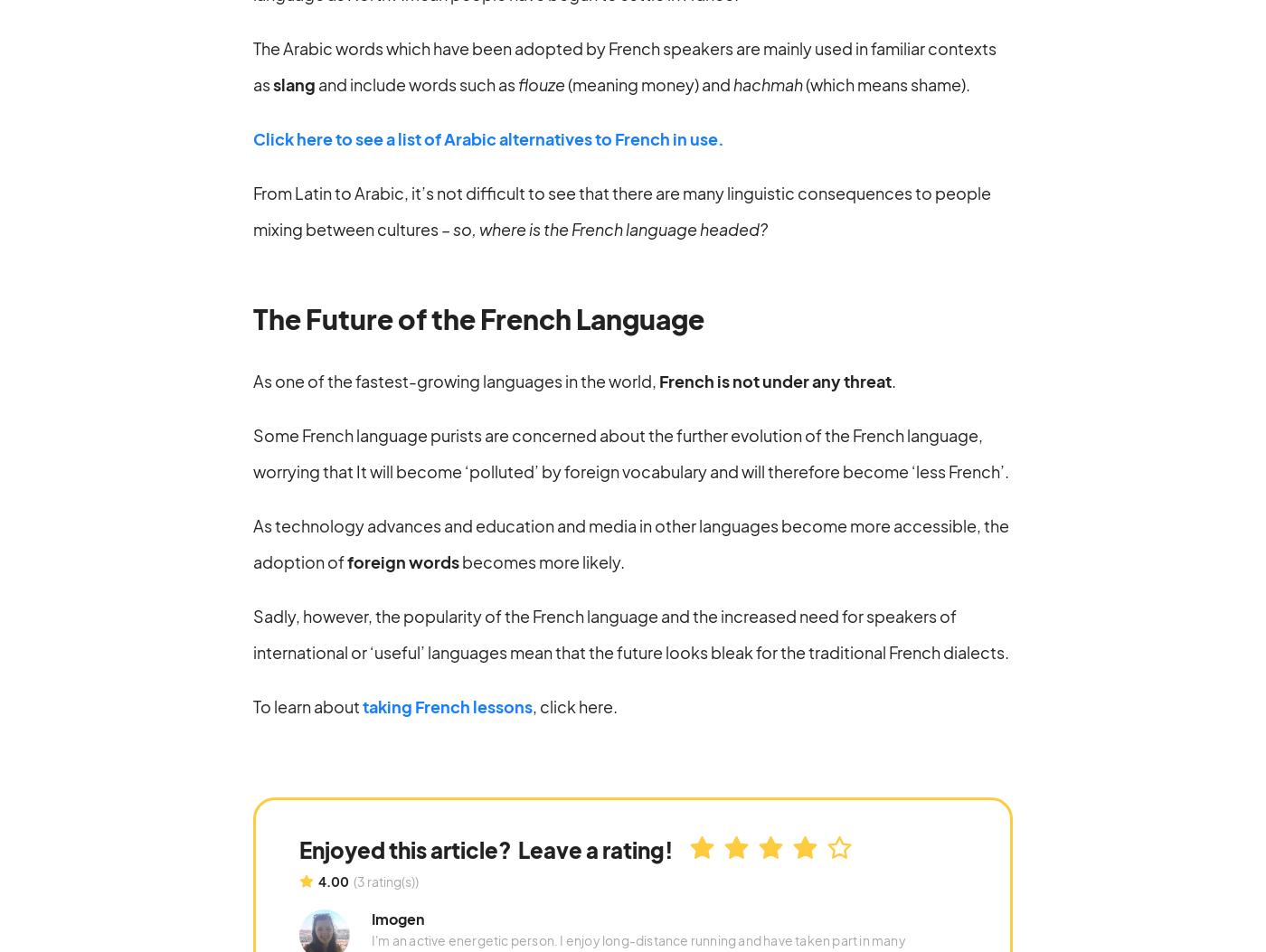 This screenshot has height=952, width=1266. I want to click on 'hachmah', so click(733, 82).